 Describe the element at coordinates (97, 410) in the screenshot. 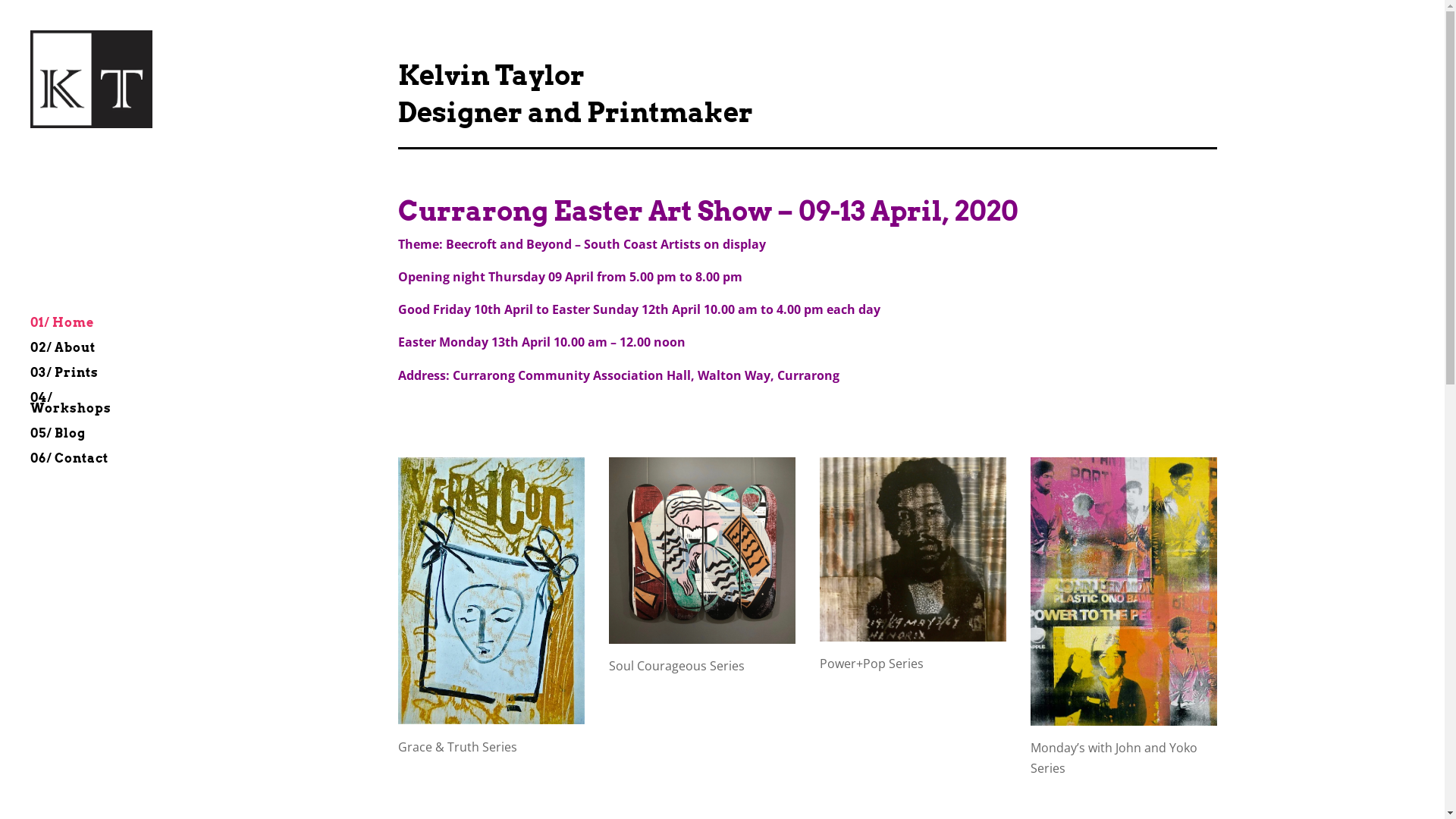

I see `'04/ Workshops'` at that location.